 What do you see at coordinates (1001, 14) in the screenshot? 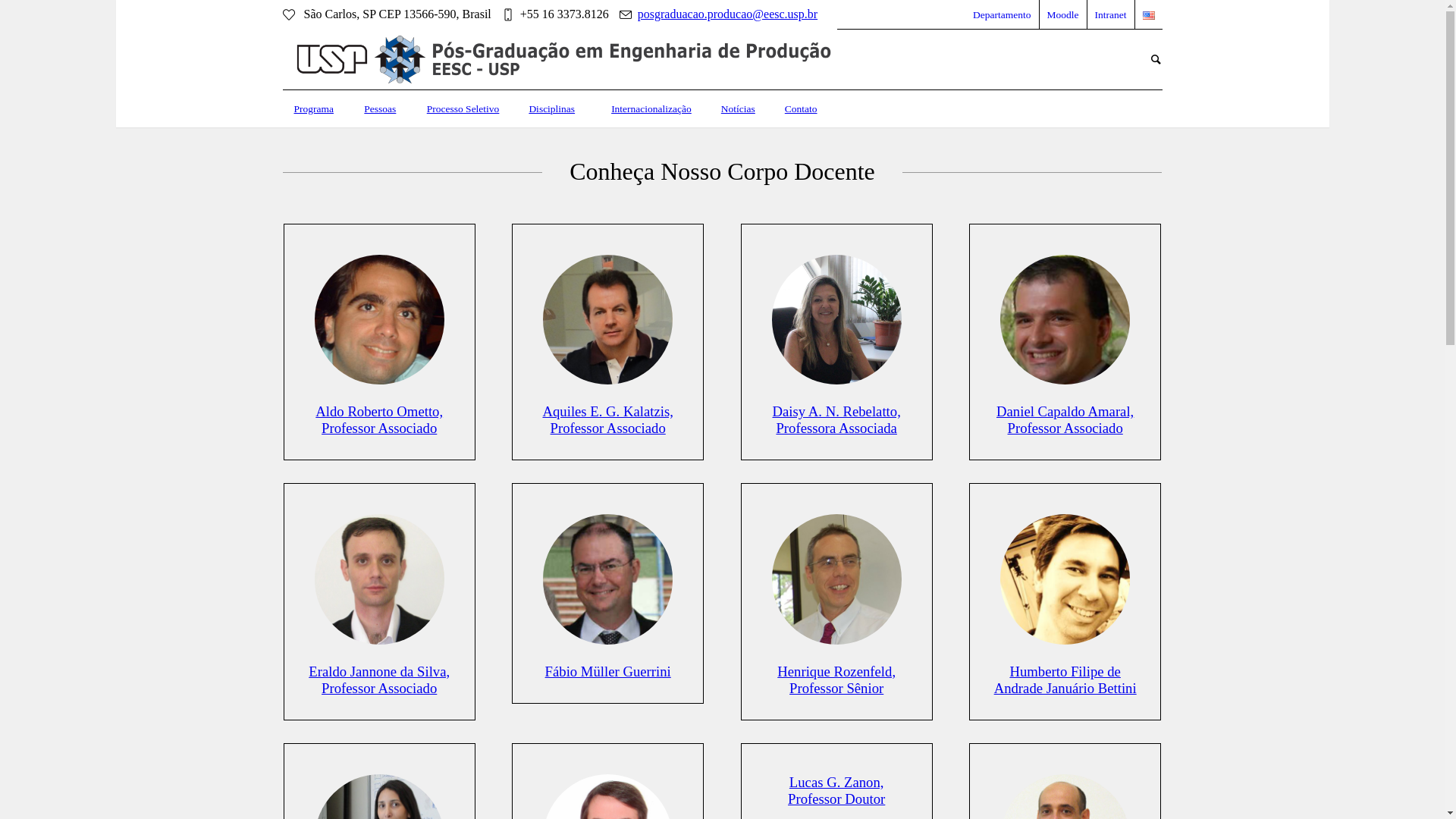
I see `'Departamento'` at bounding box center [1001, 14].